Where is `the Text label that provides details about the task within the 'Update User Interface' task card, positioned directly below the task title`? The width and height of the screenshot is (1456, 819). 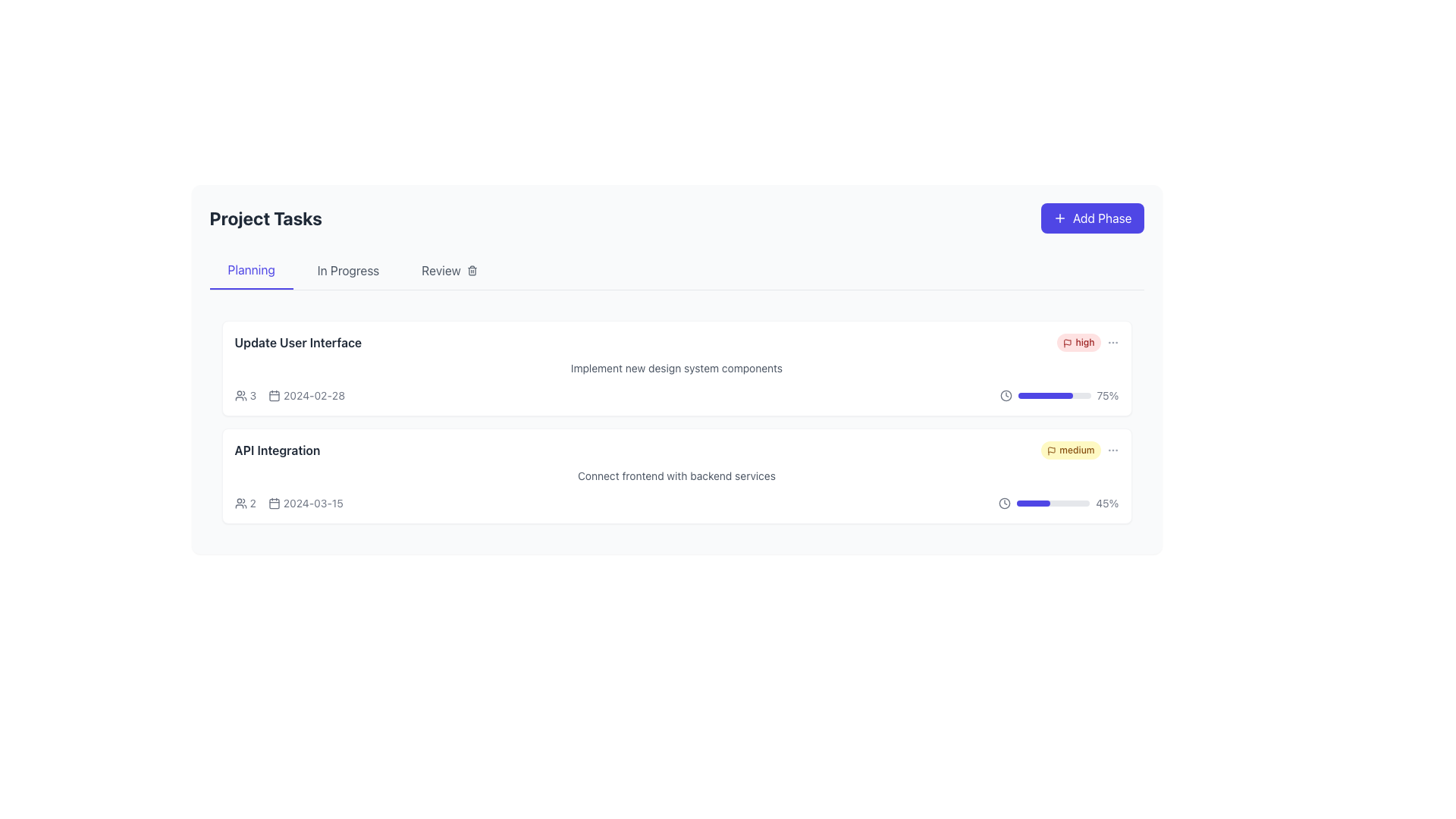 the Text label that provides details about the task within the 'Update User Interface' task card, positioned directly below the task title is located at coordinates (676, 369).